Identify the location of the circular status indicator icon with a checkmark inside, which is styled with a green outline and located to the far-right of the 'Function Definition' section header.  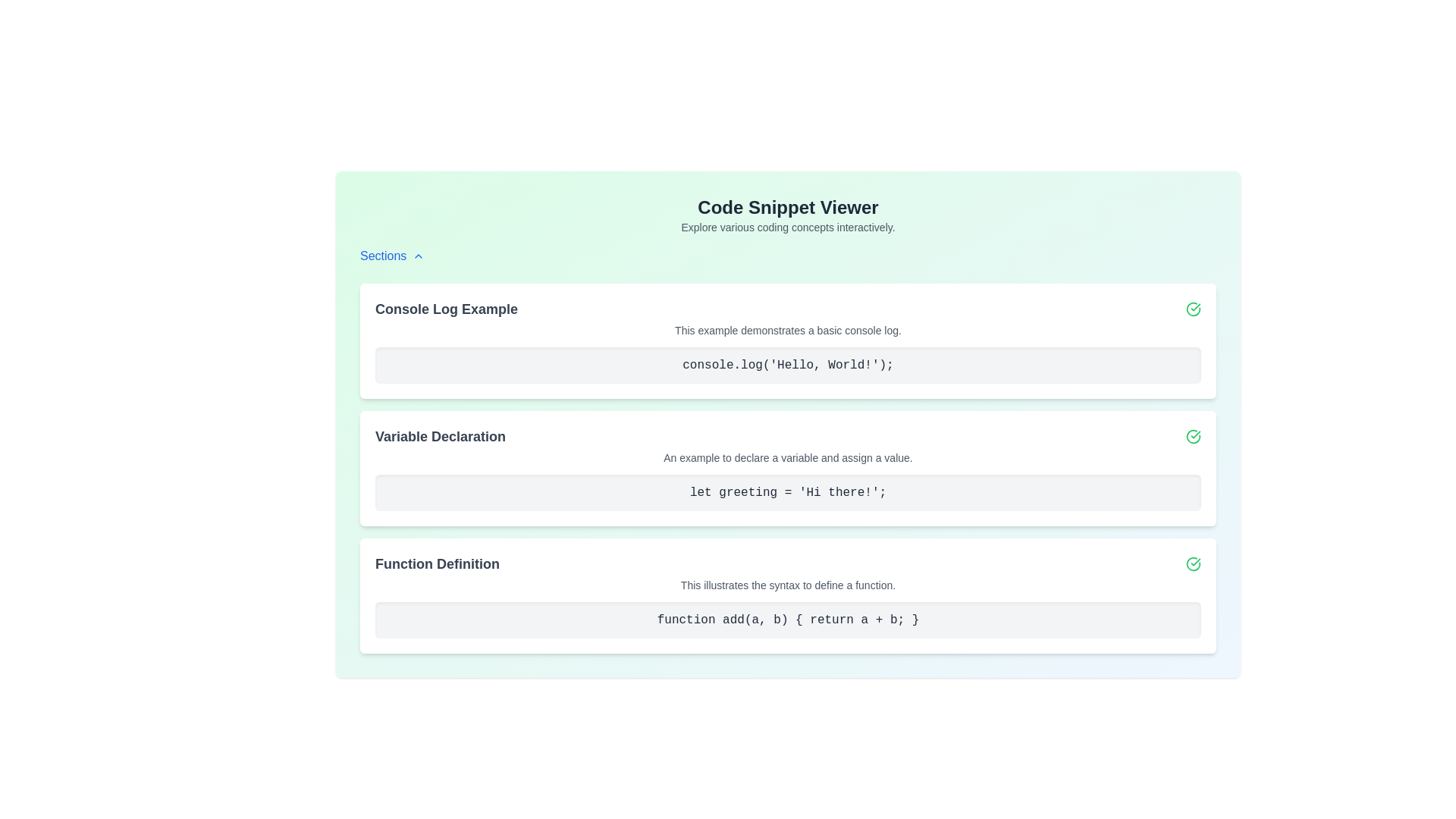
(1193, 564).